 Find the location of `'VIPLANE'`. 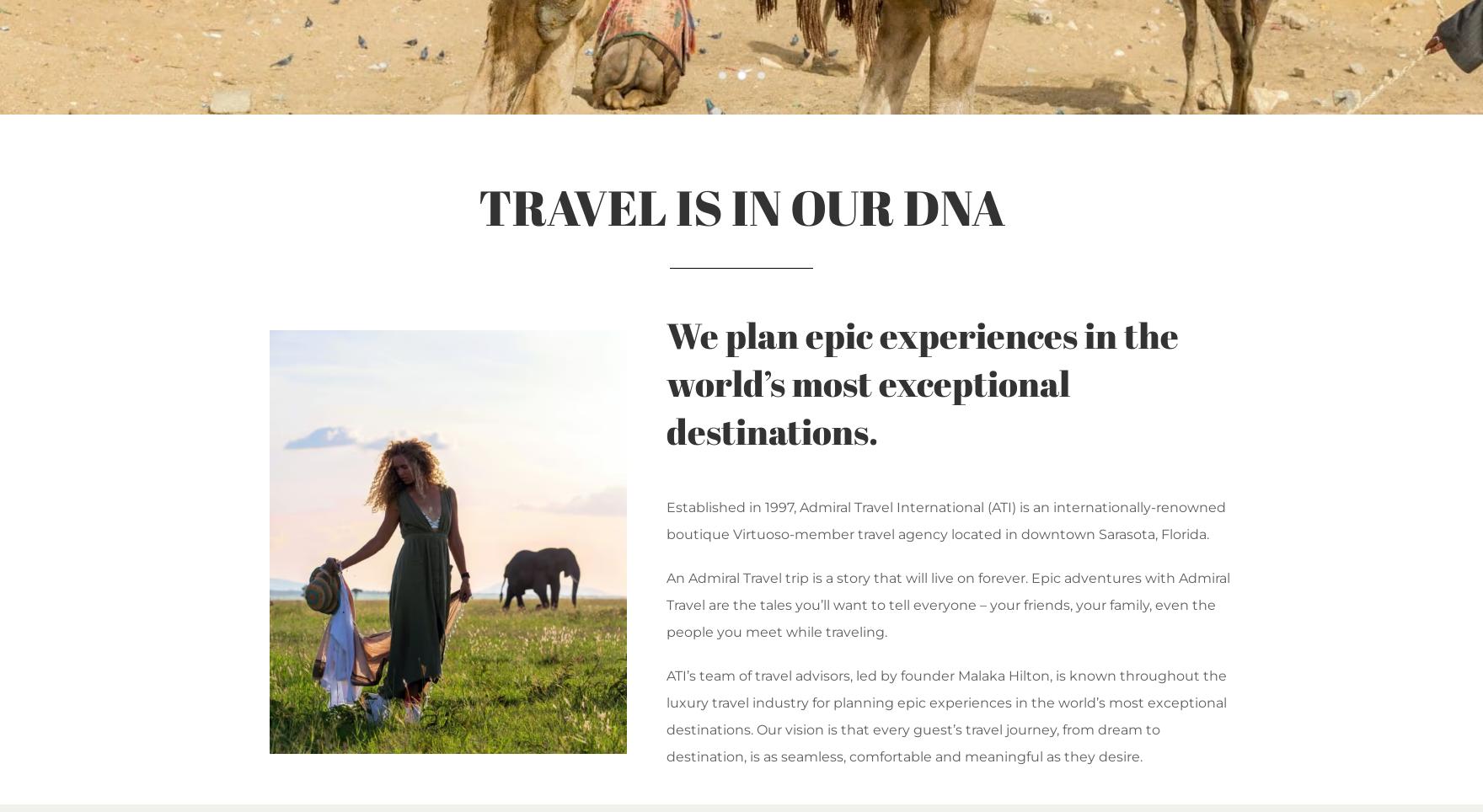

'VIPLANE' is located at coordinates (710, 369).